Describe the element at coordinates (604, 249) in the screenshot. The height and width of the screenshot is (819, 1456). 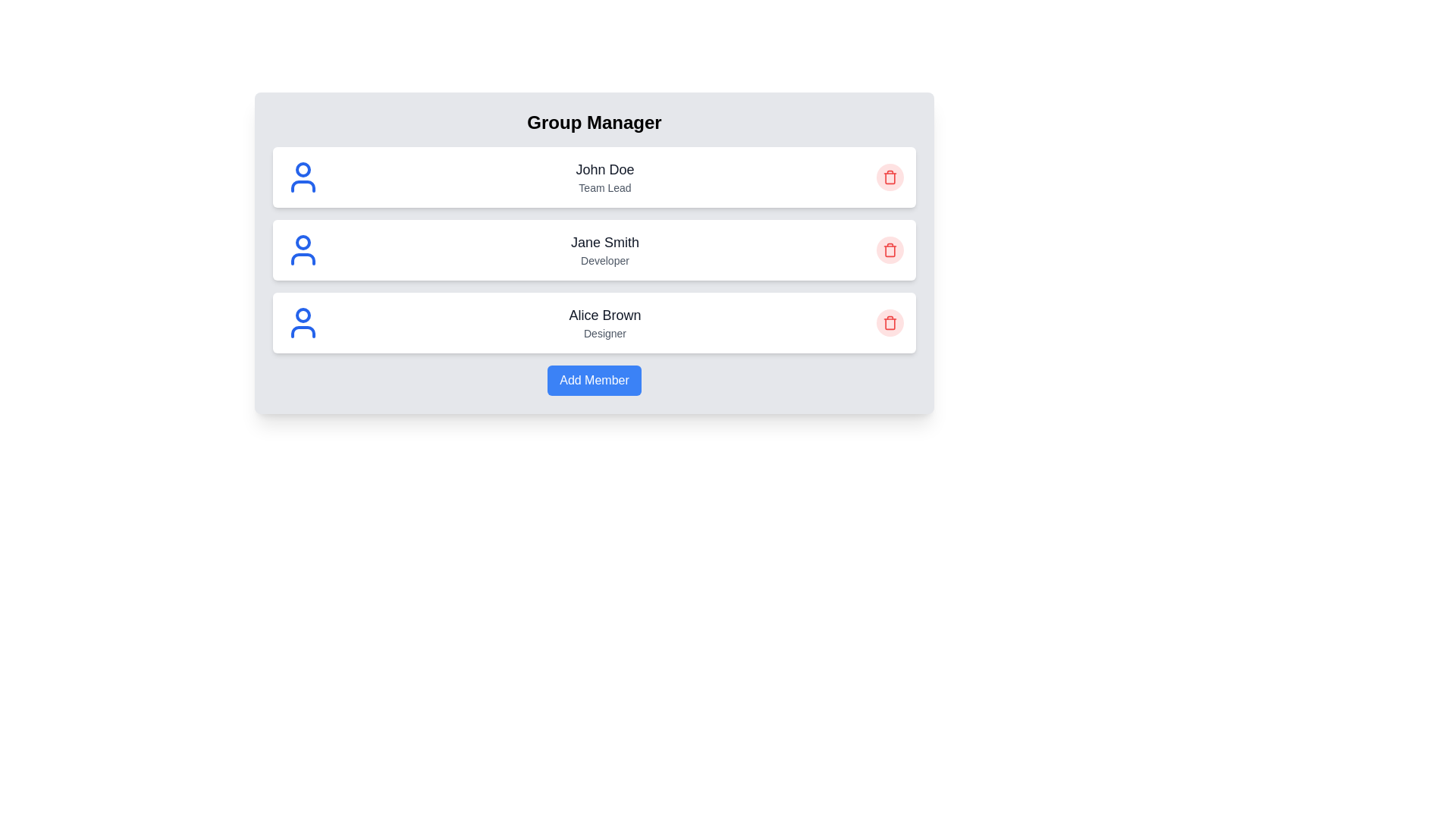
I see `the text label displaying 'Jane Smith' as a 'Developer', which is located in the second card under the 'Group Manager' section` at that location.